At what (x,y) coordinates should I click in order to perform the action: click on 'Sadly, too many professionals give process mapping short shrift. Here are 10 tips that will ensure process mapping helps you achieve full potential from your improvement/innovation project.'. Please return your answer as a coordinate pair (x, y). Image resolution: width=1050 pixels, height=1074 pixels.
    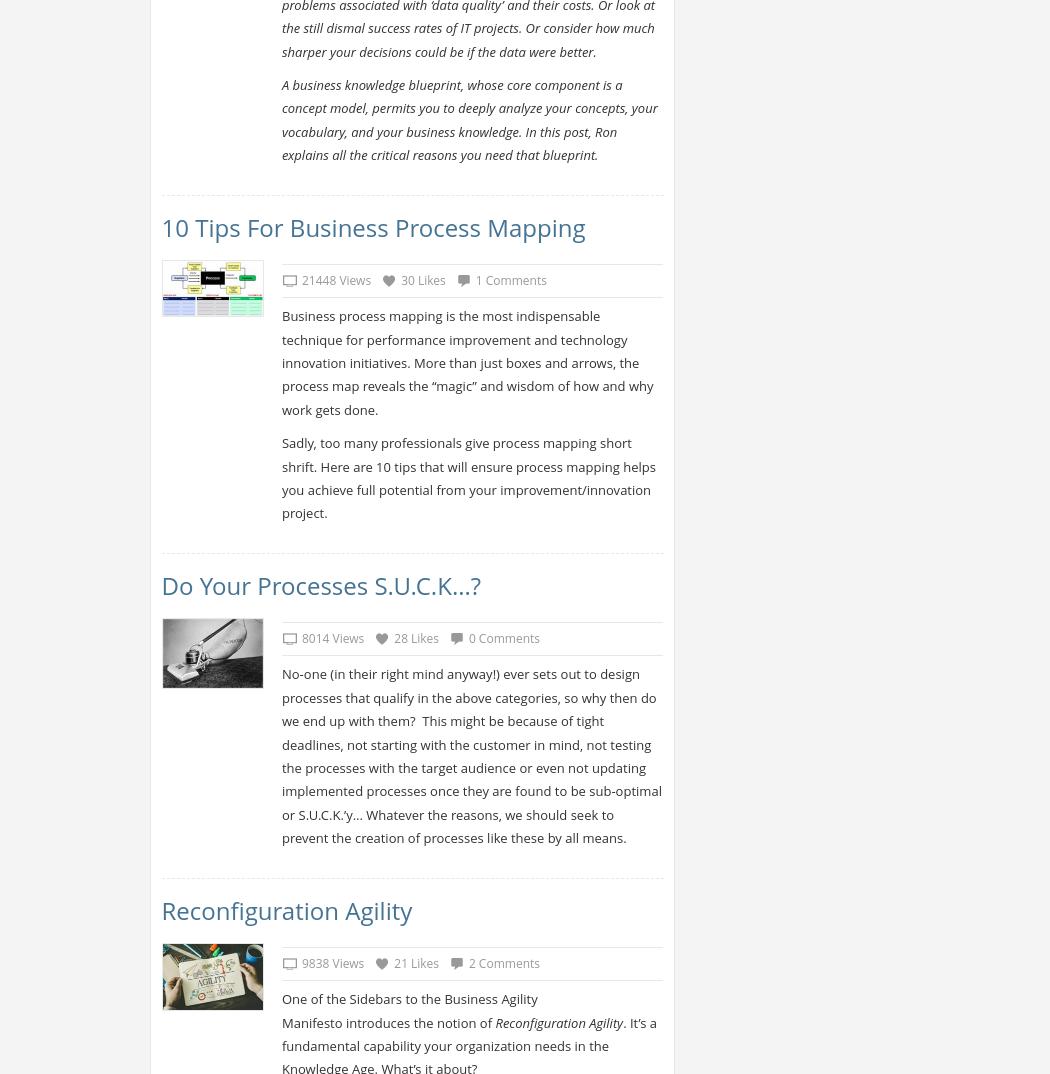
    Looking at the image, I should click on (467, 477).